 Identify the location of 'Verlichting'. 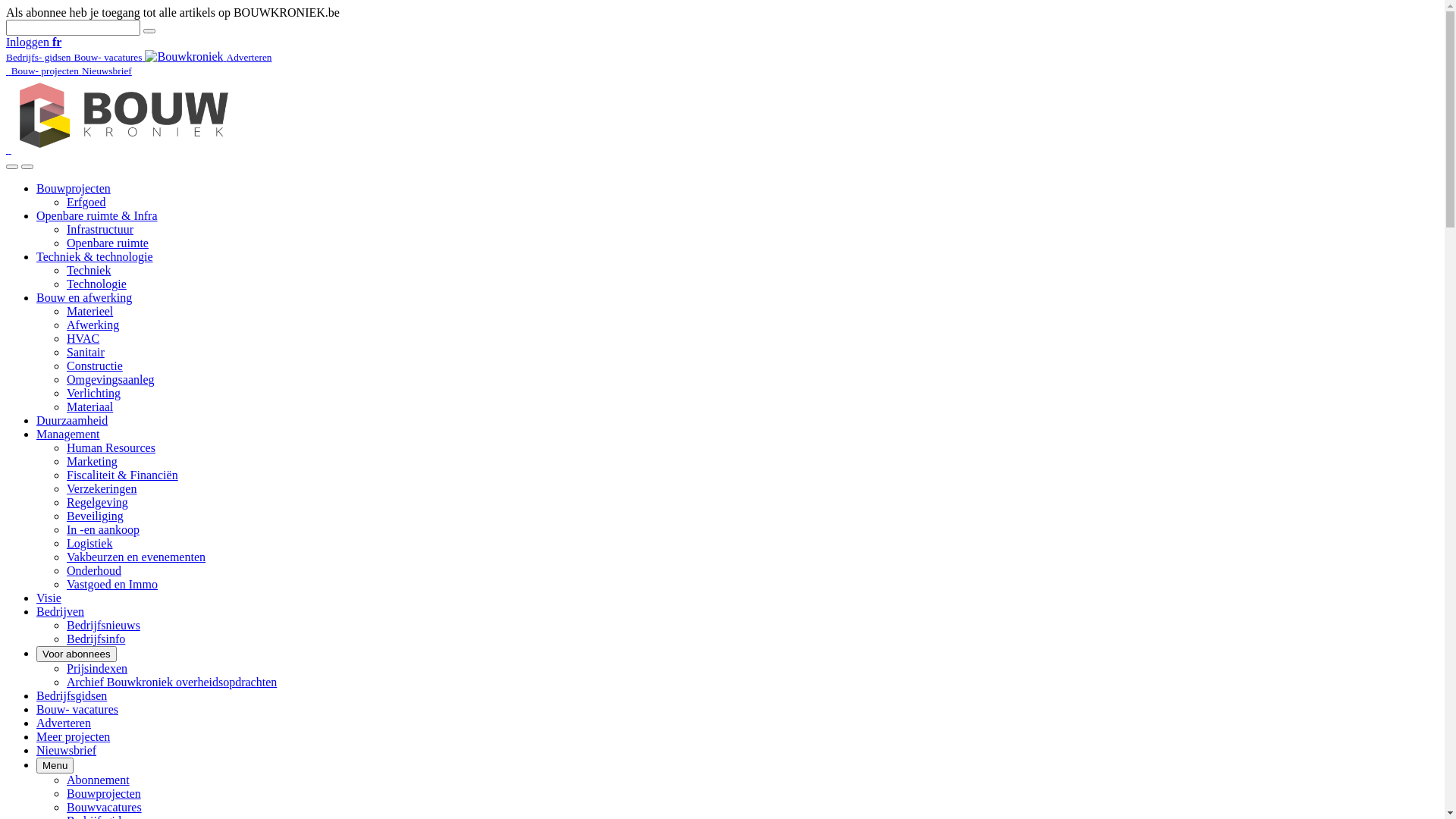
(93, 392).